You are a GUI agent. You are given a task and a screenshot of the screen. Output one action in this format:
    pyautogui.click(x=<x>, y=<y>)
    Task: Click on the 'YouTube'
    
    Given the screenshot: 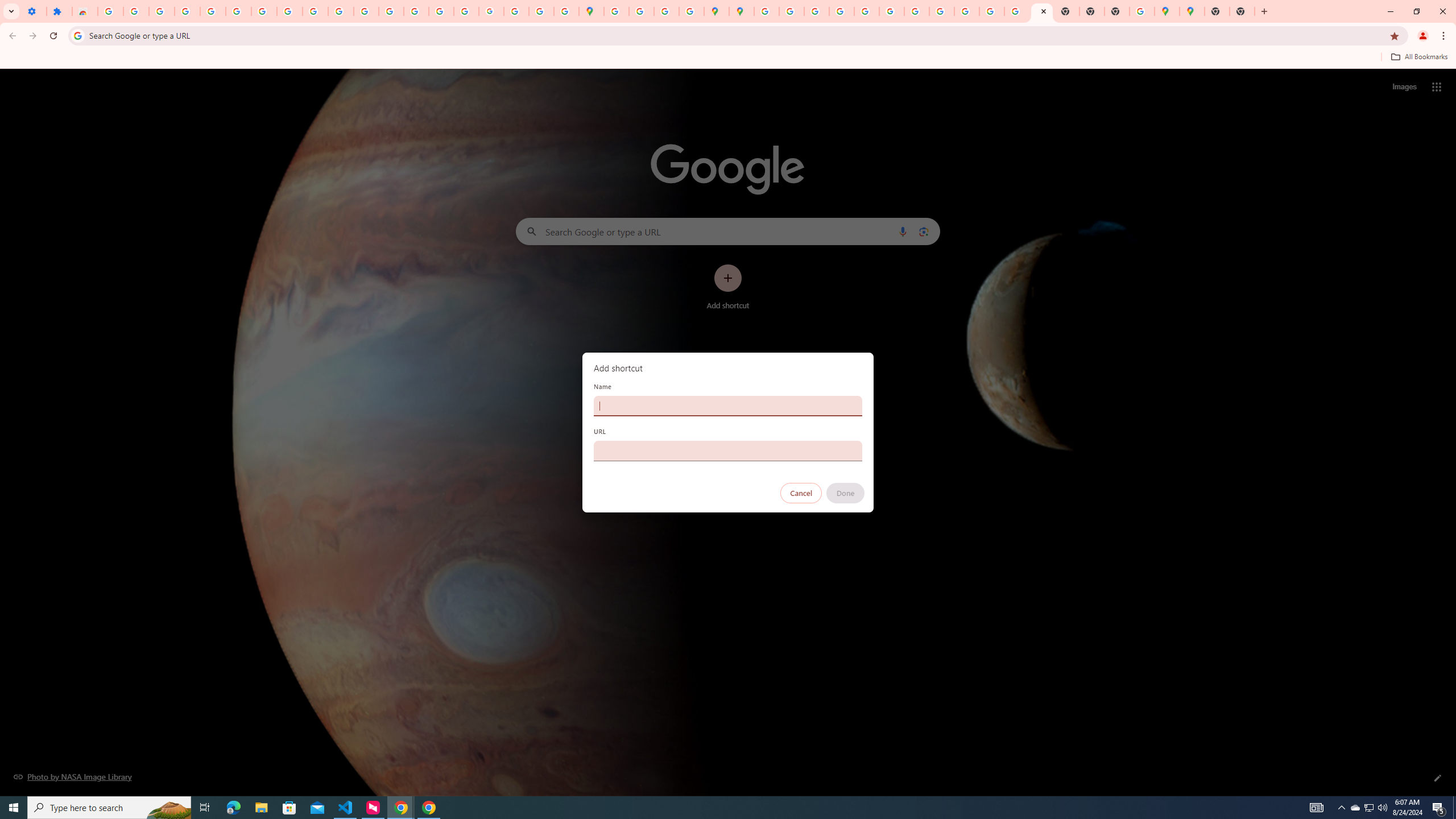 What is the action you would take?
    pyautogui.click(x=289, y=11)
    